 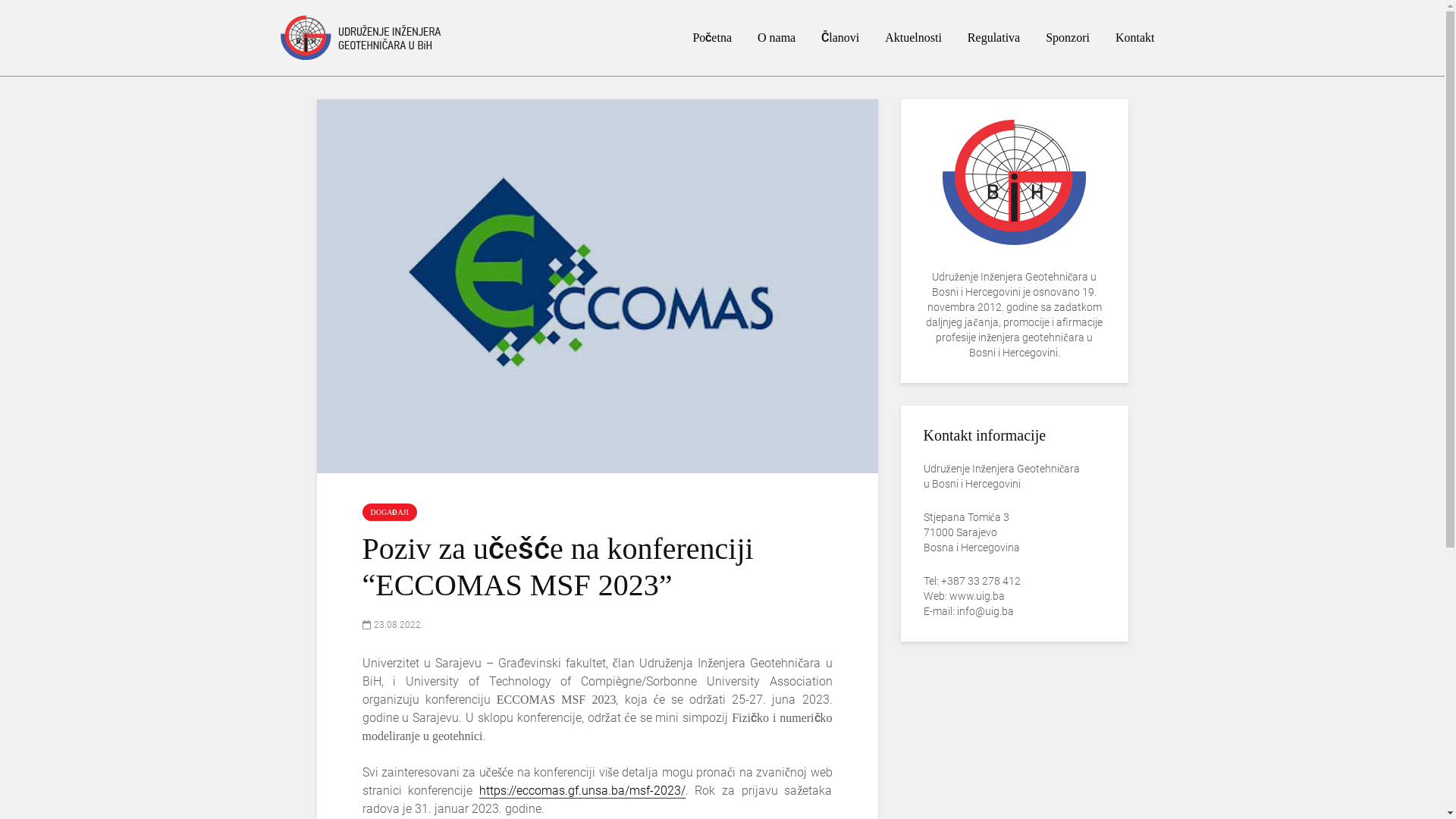 I want to click on 'Sponzori', so click(x=1066, y=37).